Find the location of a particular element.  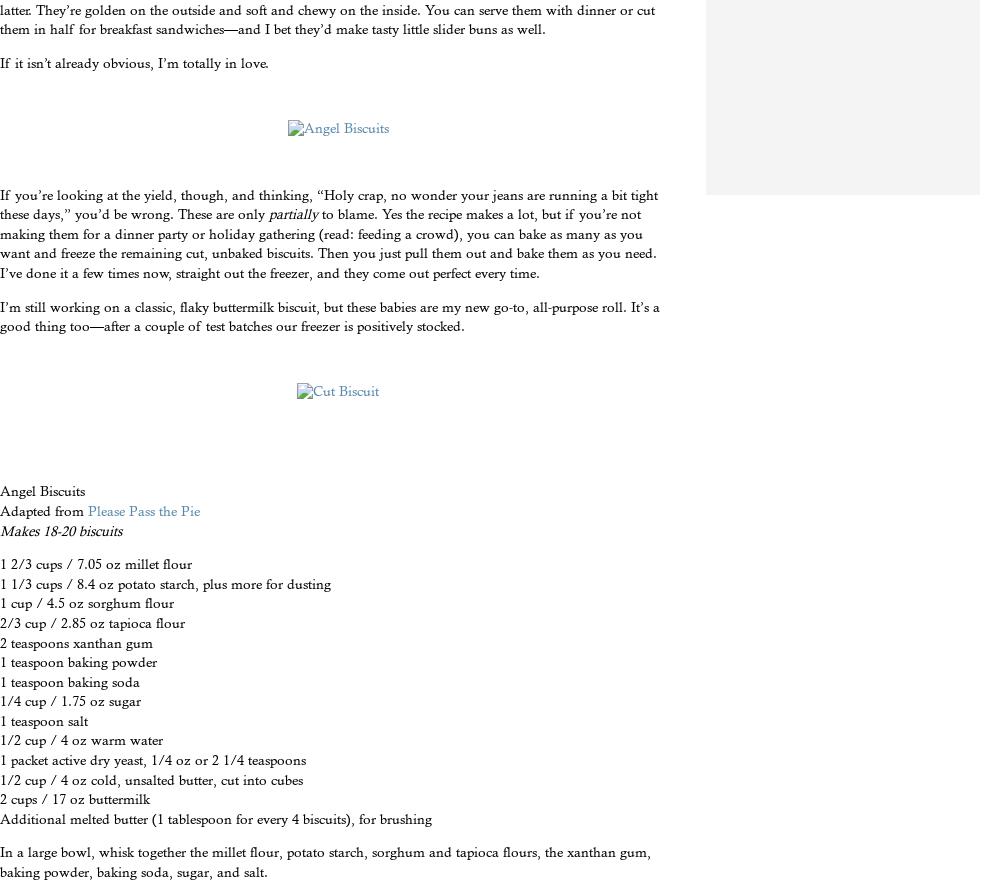

'If it isn’t already obvious, I’m totally in love.' is located at coordinates (0, 61).